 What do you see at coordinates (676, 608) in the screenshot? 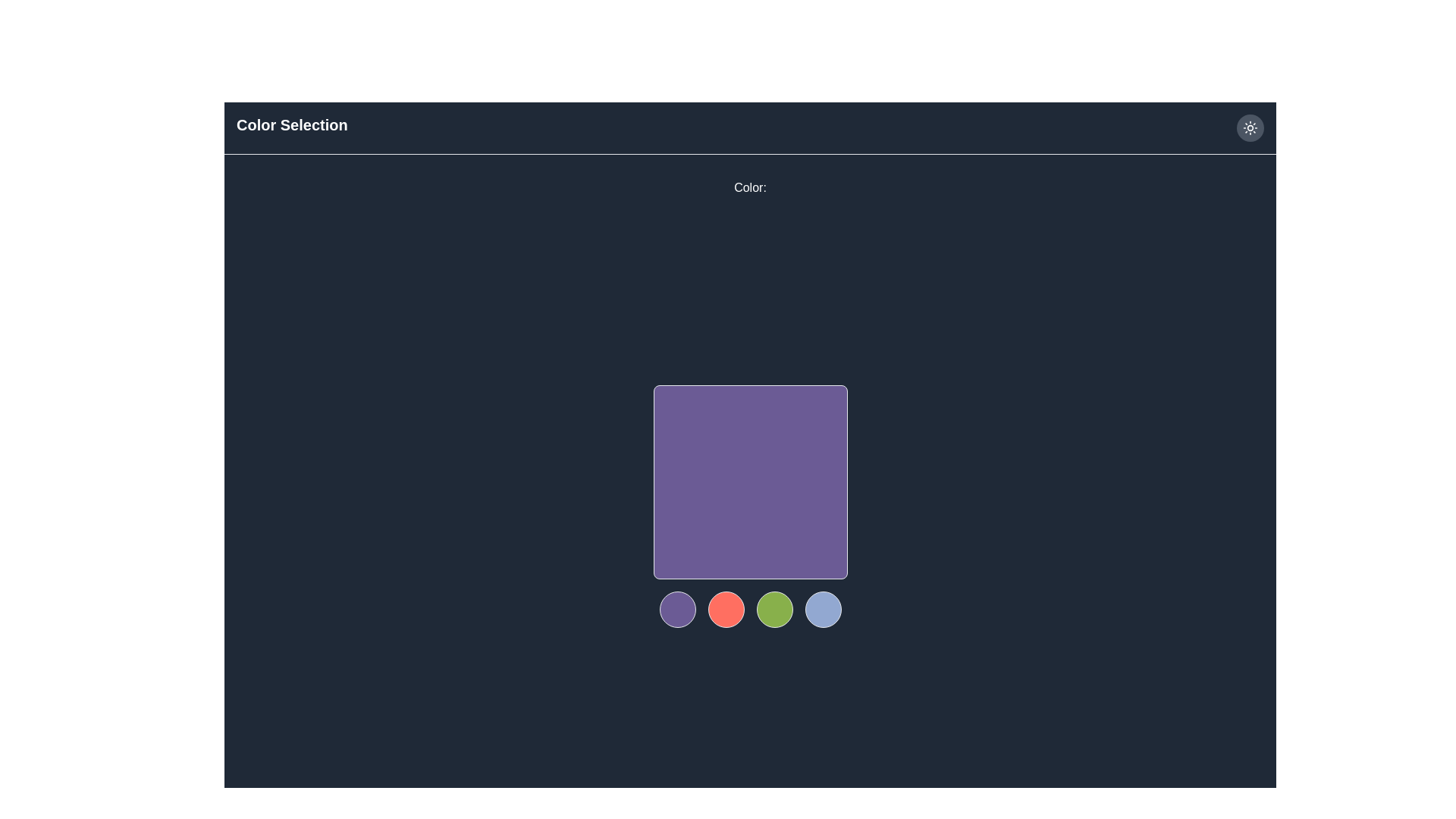
I see `the first circular button that denotes the color purple, located directly below the larger purple square` at bounding box center [676, 608].